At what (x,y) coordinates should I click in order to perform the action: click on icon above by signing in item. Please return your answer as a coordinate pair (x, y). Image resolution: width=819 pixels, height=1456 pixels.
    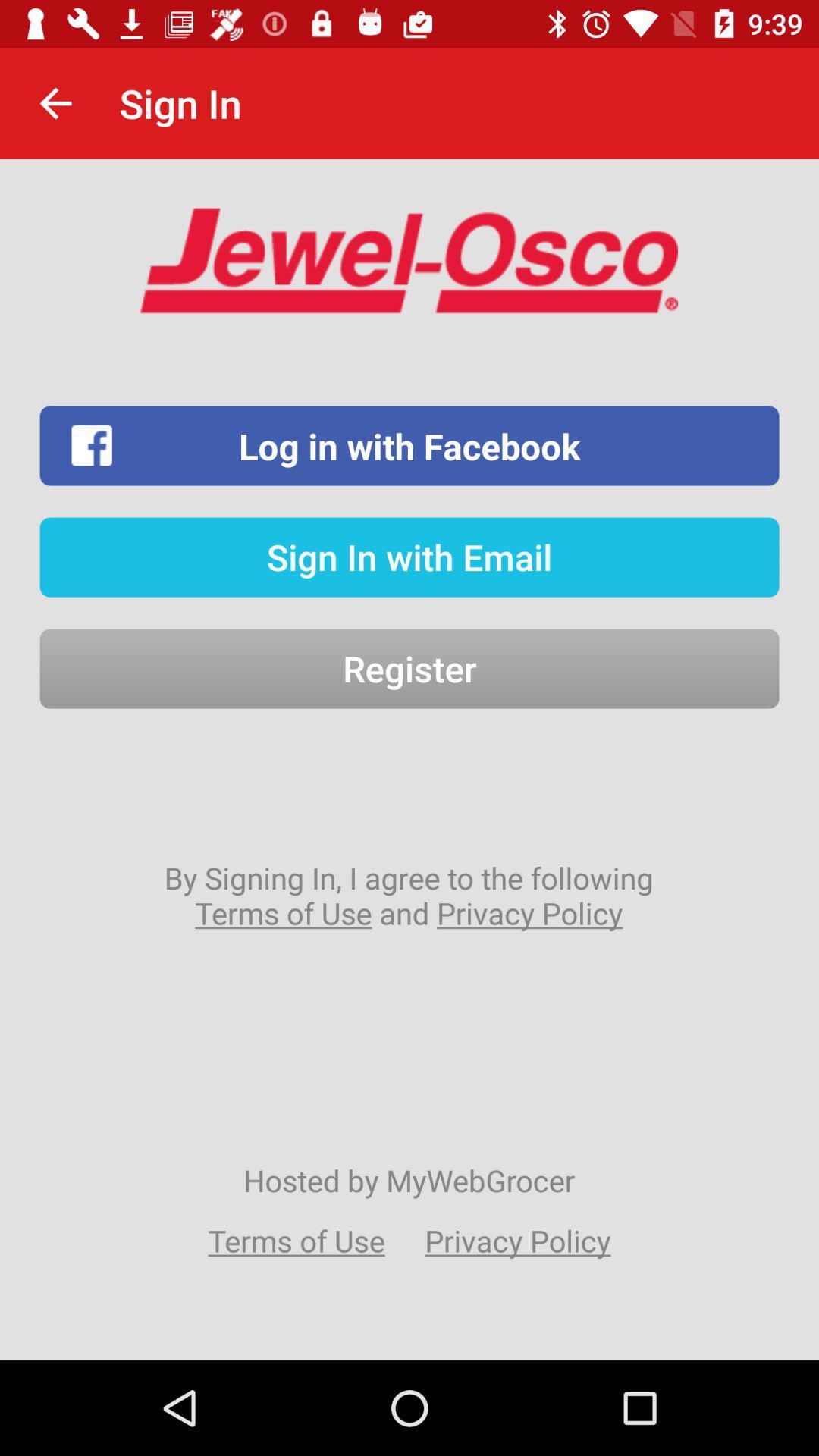
    Looking at the image, I should click on (409, 668).